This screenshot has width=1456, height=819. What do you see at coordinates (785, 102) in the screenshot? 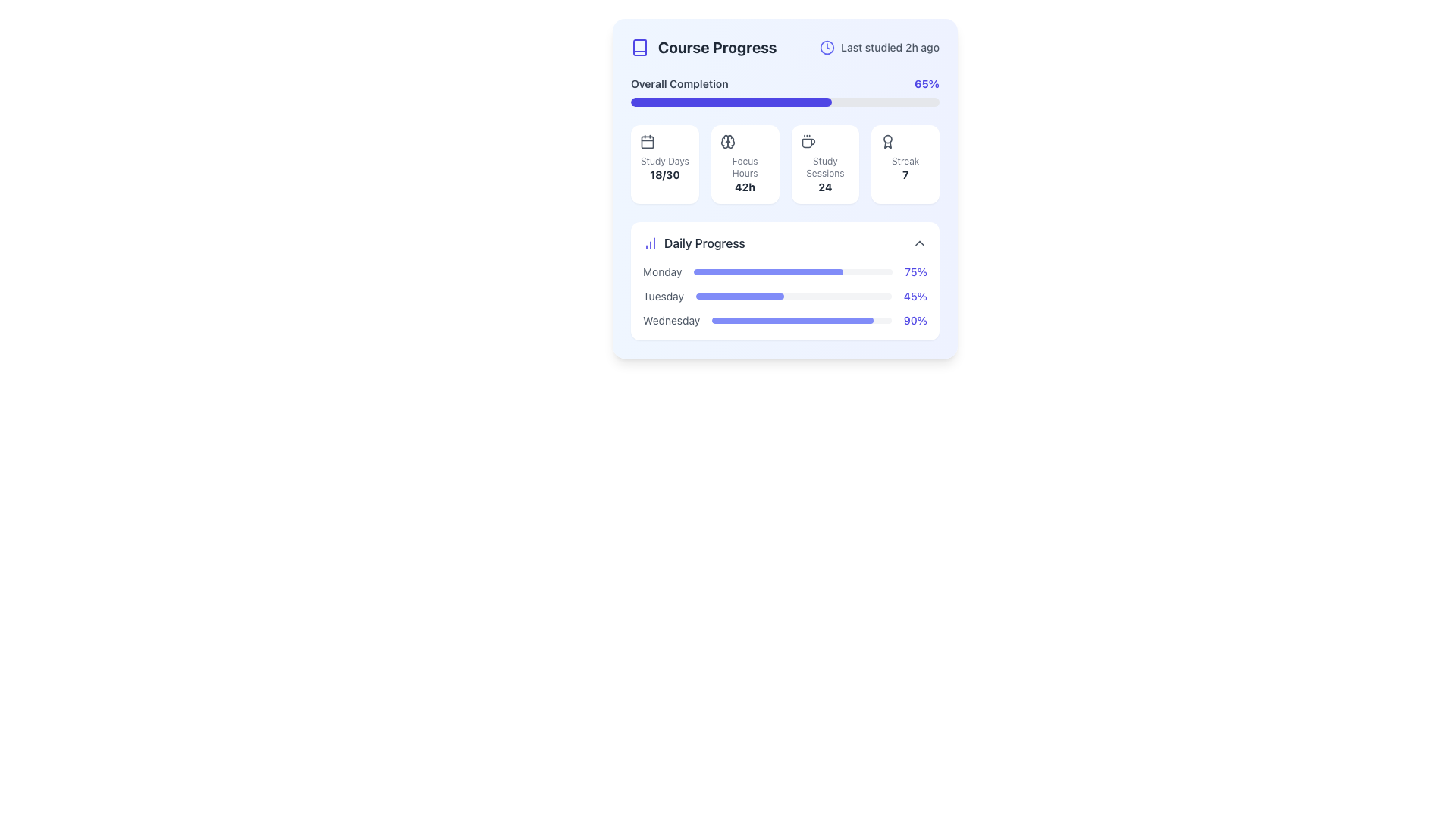
I see `the progress bar that is styled as a horizontal line with a gray background and a filled blue segment, located below the 'Overall Completion' title and '65%' text within the 'Course Progress' box` at bounding box center [785, 102].